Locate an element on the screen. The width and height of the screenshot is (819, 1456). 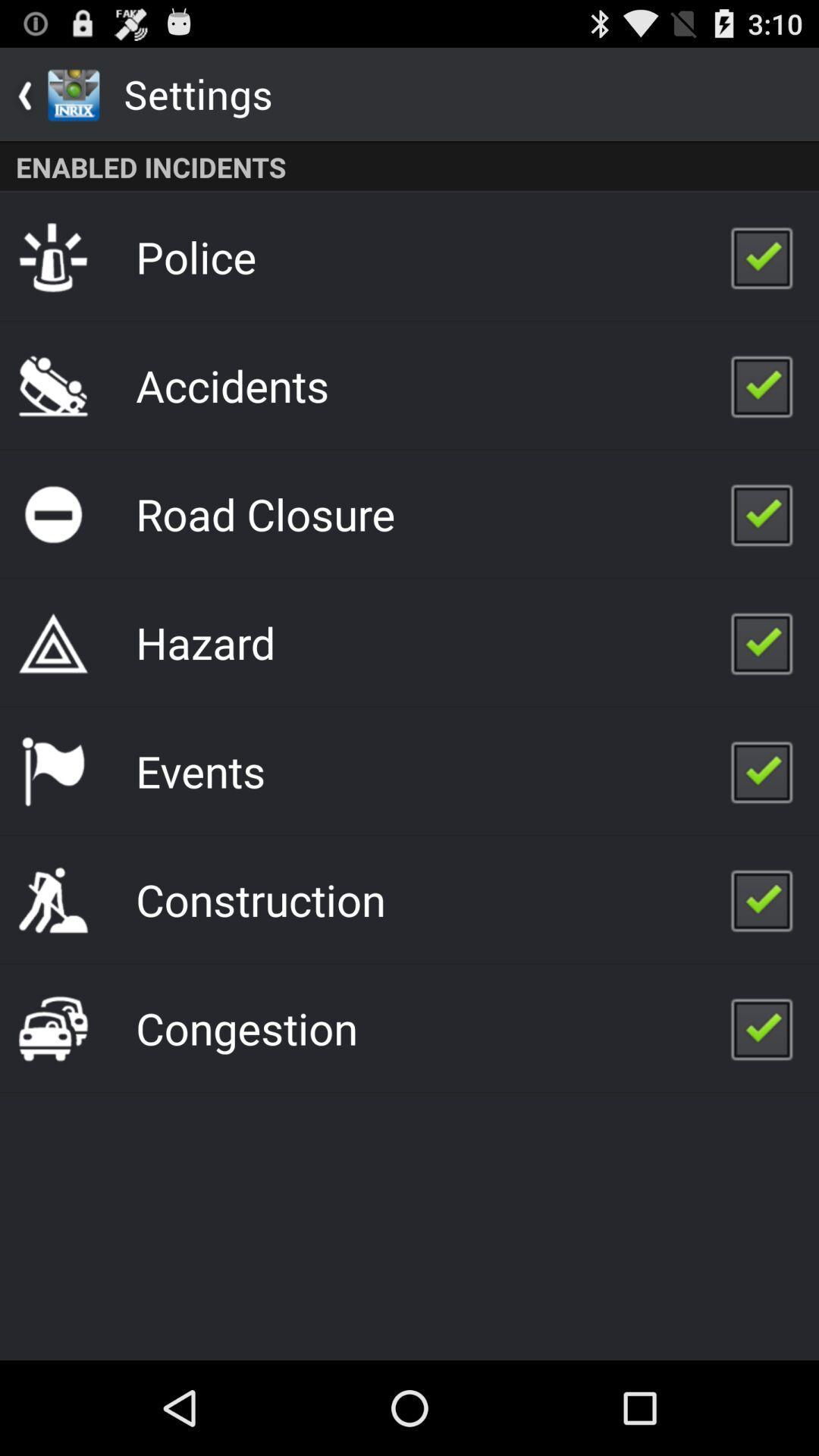
the road closure item is located at coordinates (265, 513).